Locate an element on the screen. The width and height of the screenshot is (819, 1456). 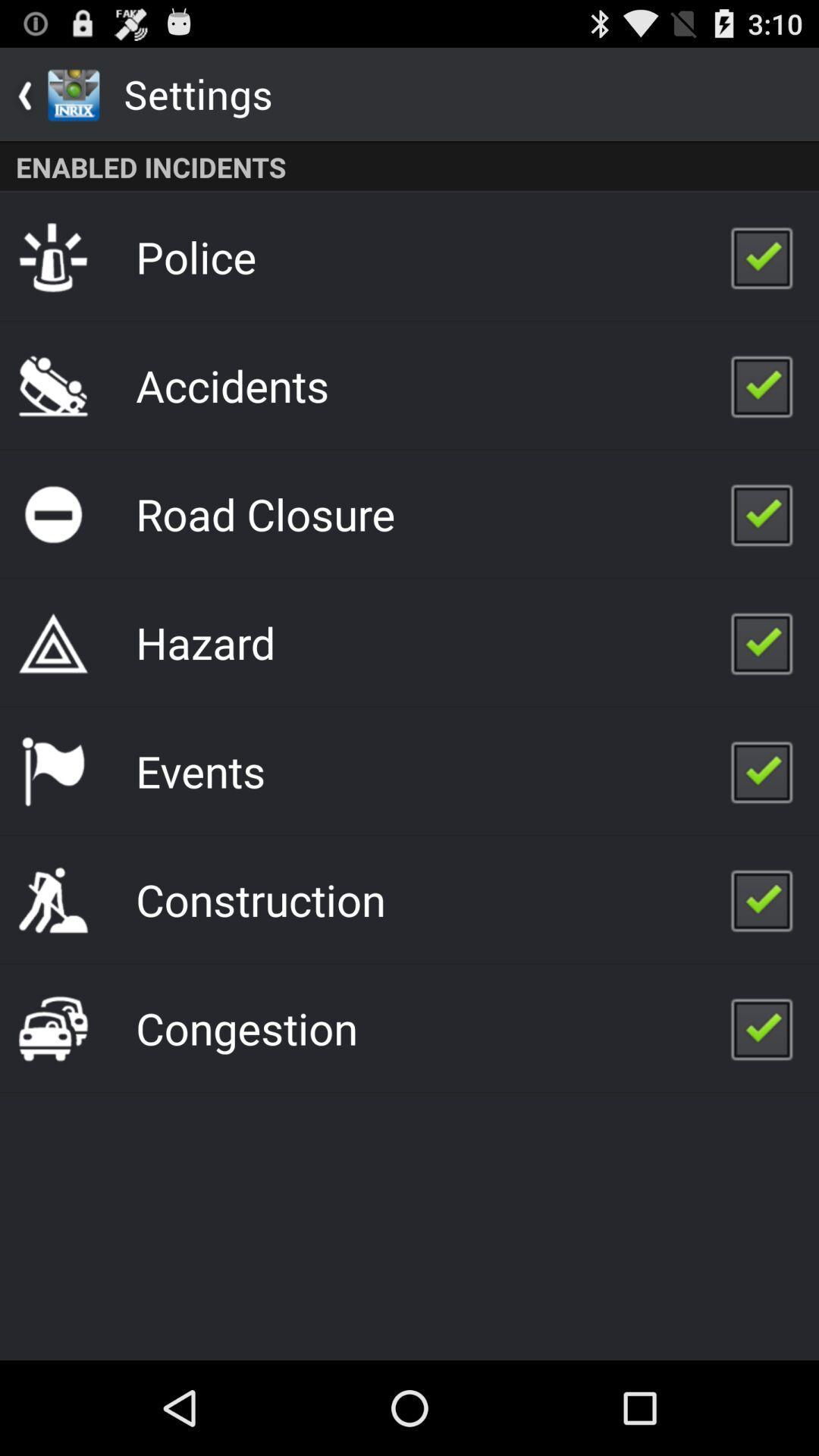
the road closure item is located at coordinates (265, 513).